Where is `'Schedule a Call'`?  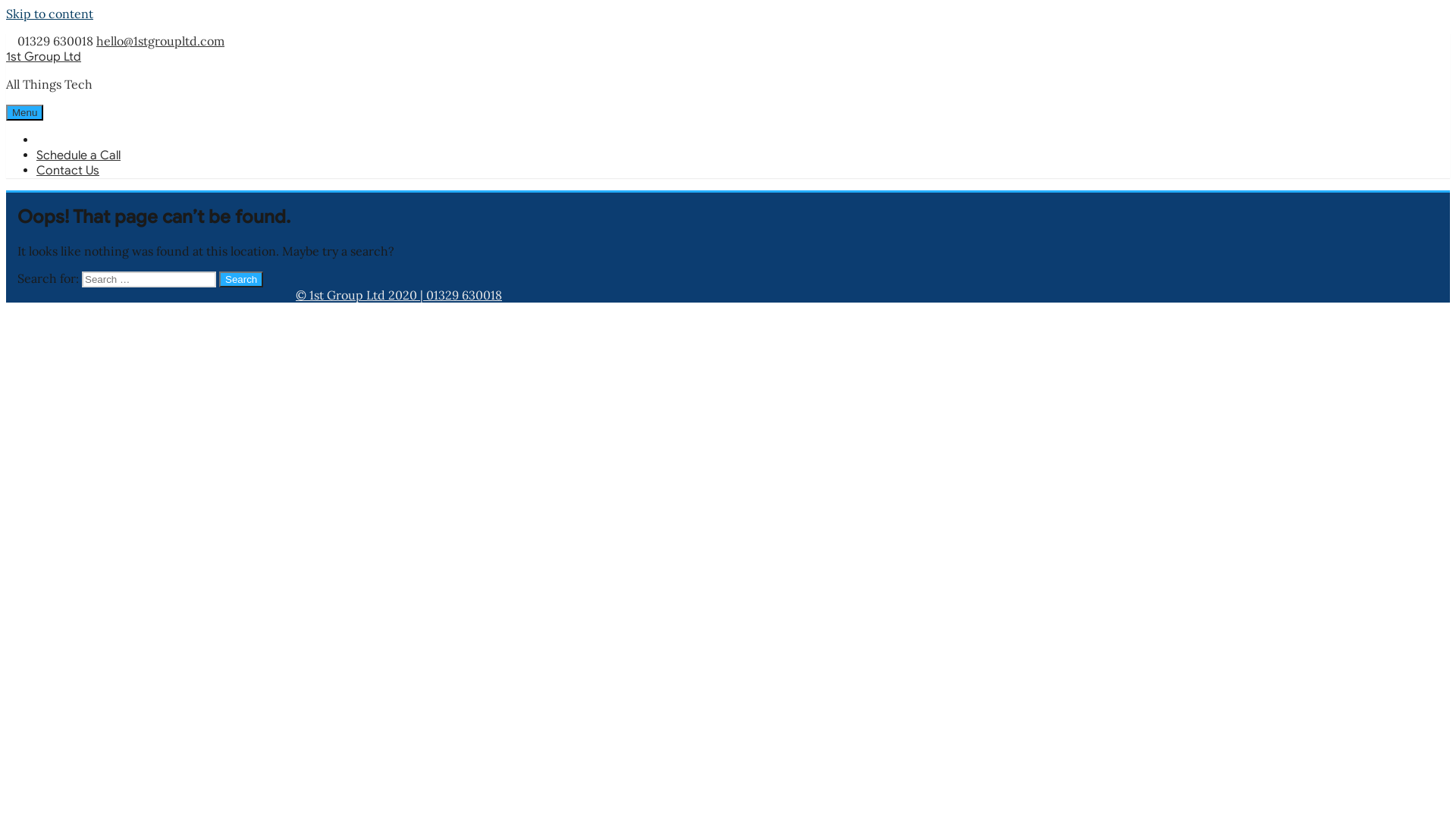 'Schedule a Call' is located at coordinates (36, 155).